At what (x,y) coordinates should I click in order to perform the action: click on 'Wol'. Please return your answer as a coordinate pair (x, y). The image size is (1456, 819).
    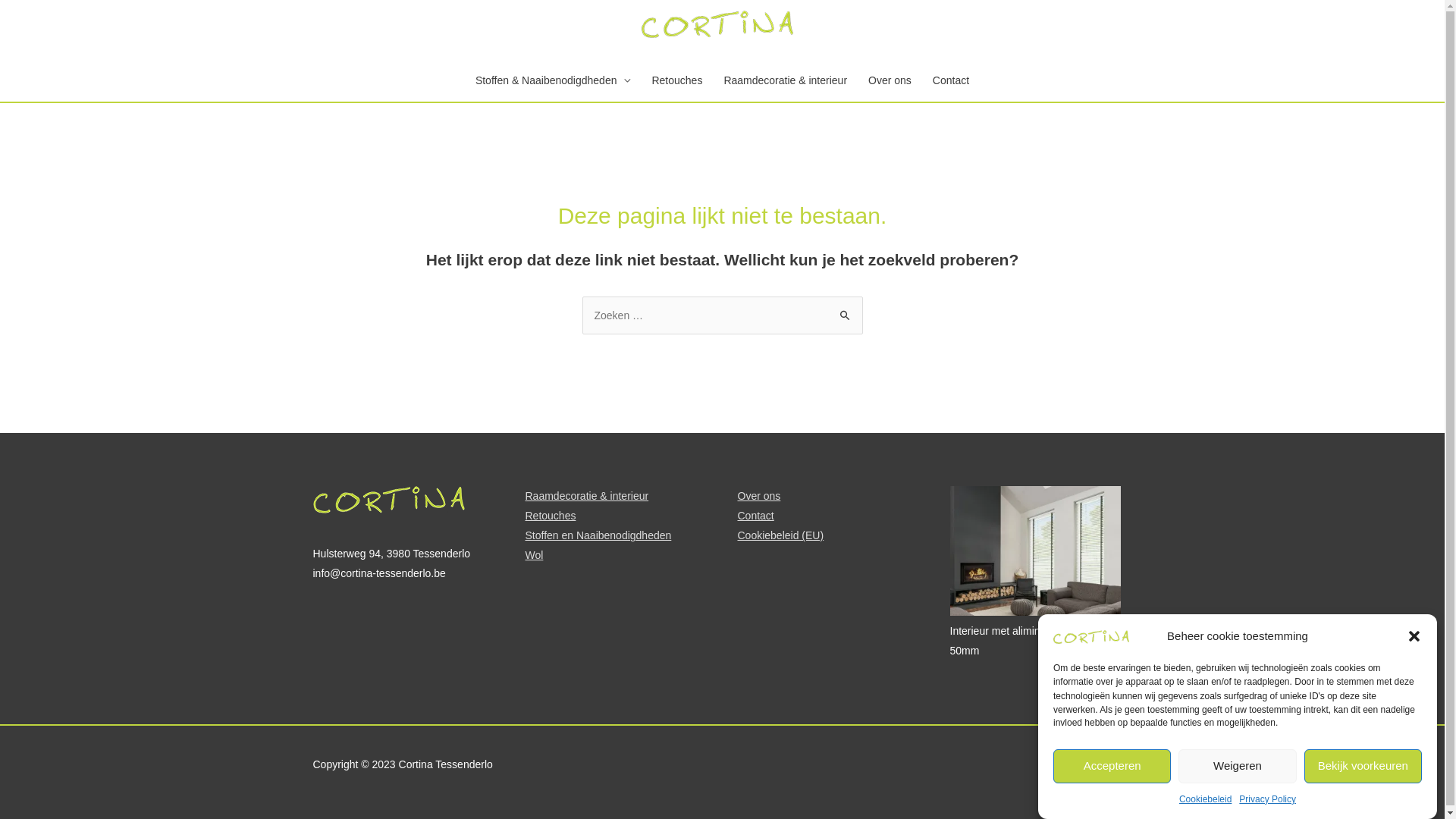
    Looking at the image, I should click on (534, 555).